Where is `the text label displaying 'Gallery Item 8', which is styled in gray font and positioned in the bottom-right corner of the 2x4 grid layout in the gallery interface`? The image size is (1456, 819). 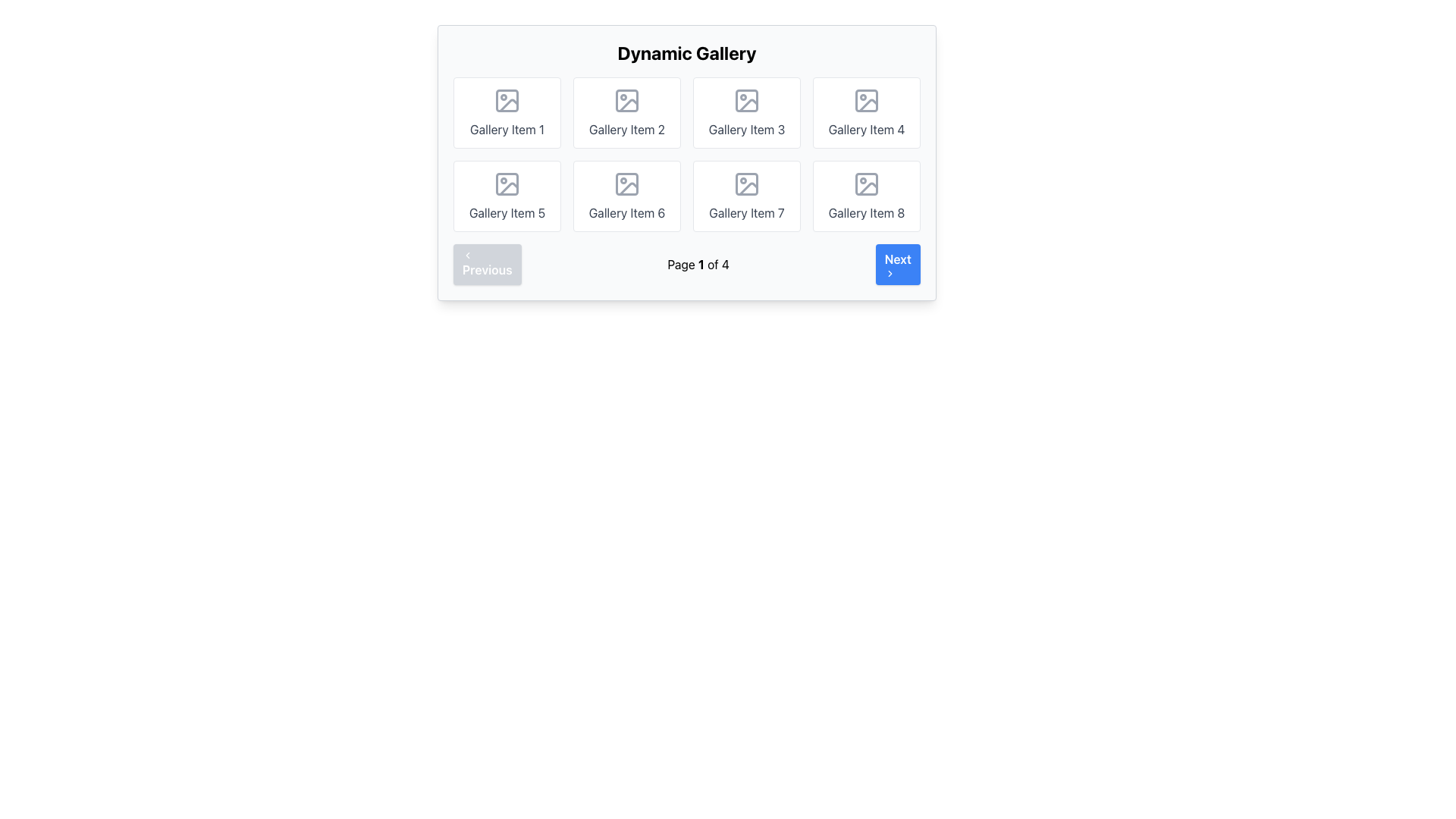 the text label displaying 'Gallery Item 8', which is styled in gray font and positioned in the bottom-right corner of the 2x4 grid layout in the gallery interface is located at coordinates (866, 213).